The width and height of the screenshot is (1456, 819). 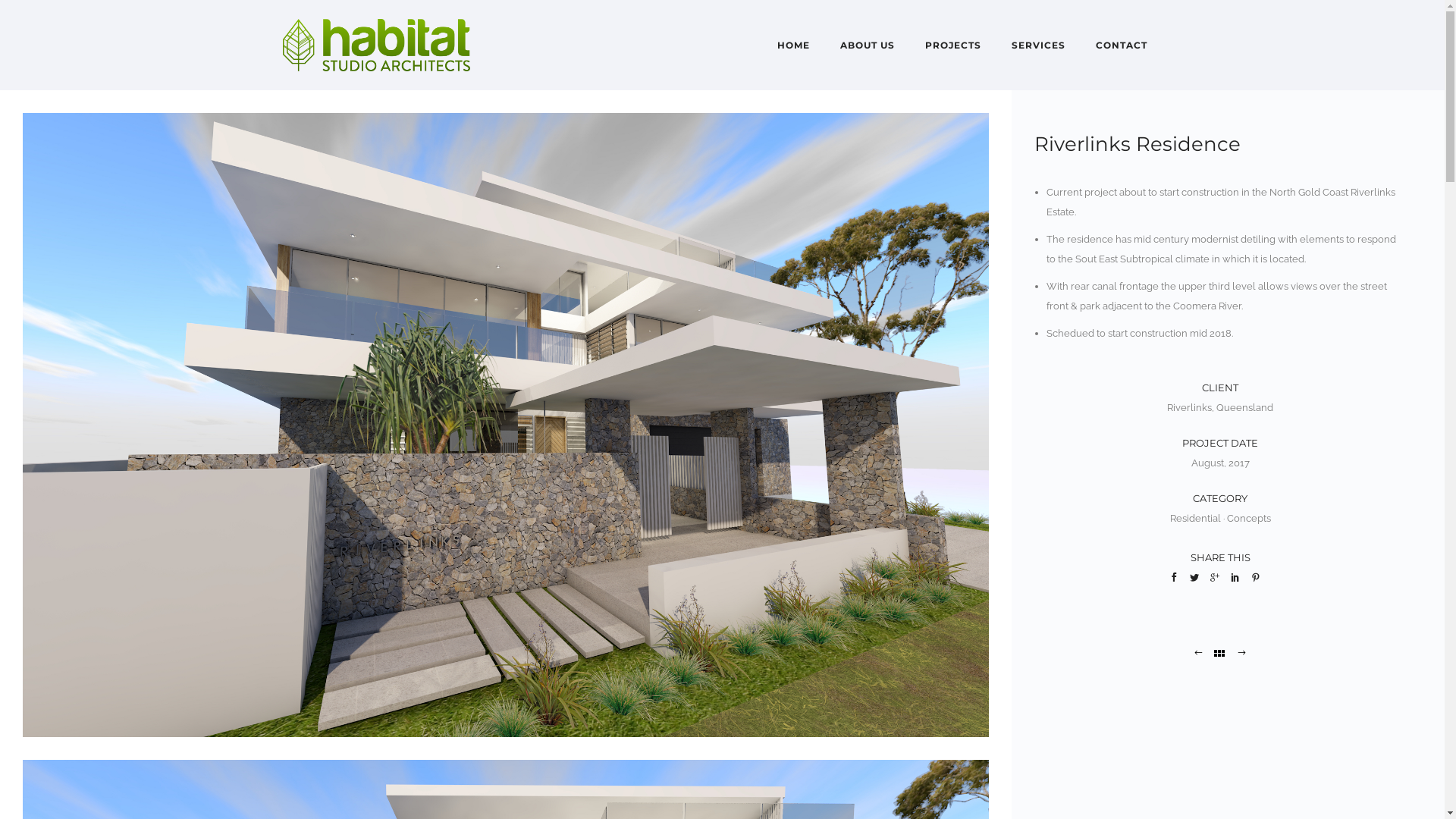 I want to click on 'Concepts', so click(x=1248, y=517).